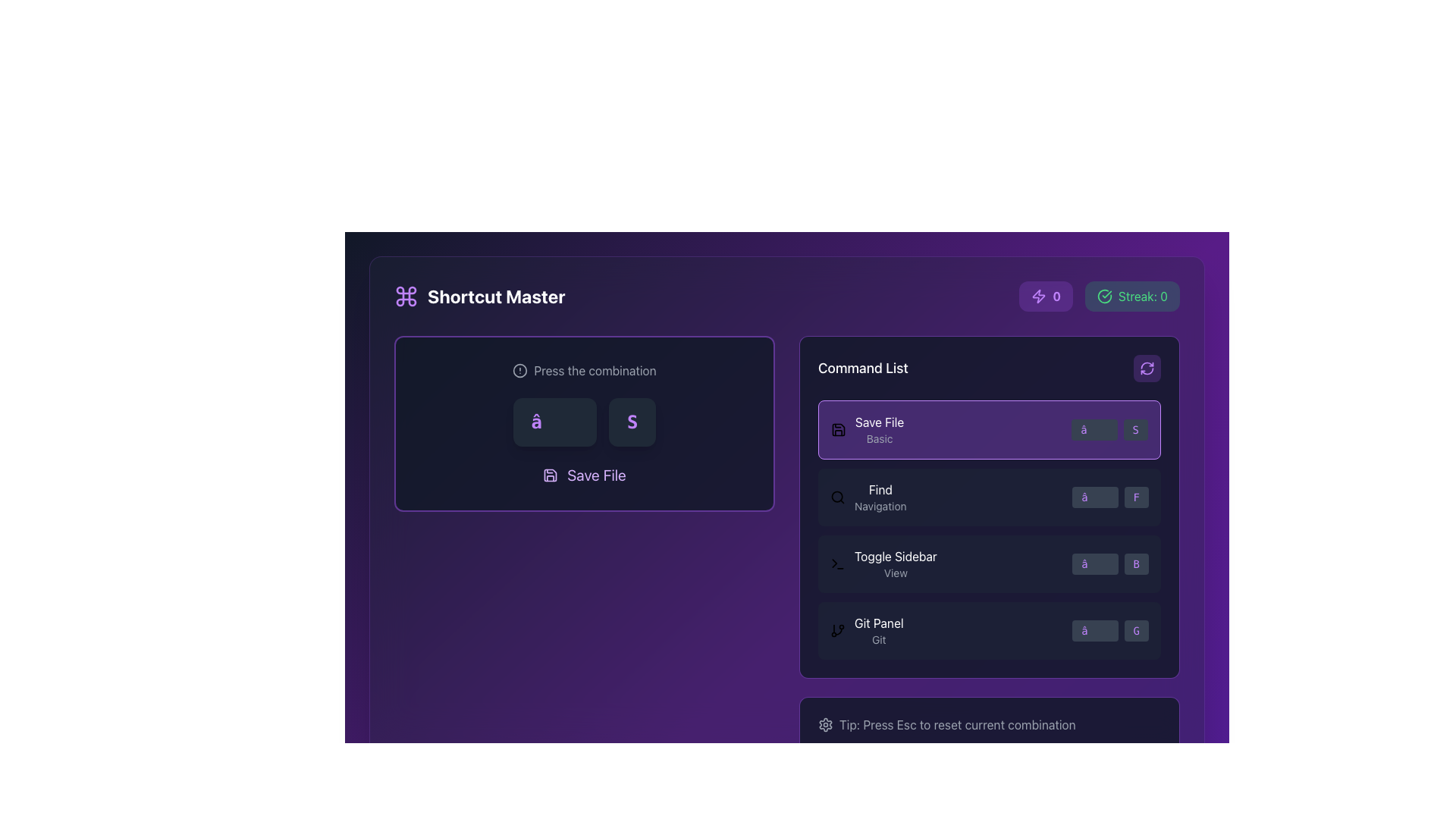 The height and width of the screenshot is (819, 1456). What do you see at coordinates (880, 489) in the screenshot?
I see `the text label reading 'Find' in white on a dark background, located in the right-side panel of the 'Command List' interface, associated with a magnifying glass icon and the subtitle 'Navigation'` at bounding box center [880, 489].